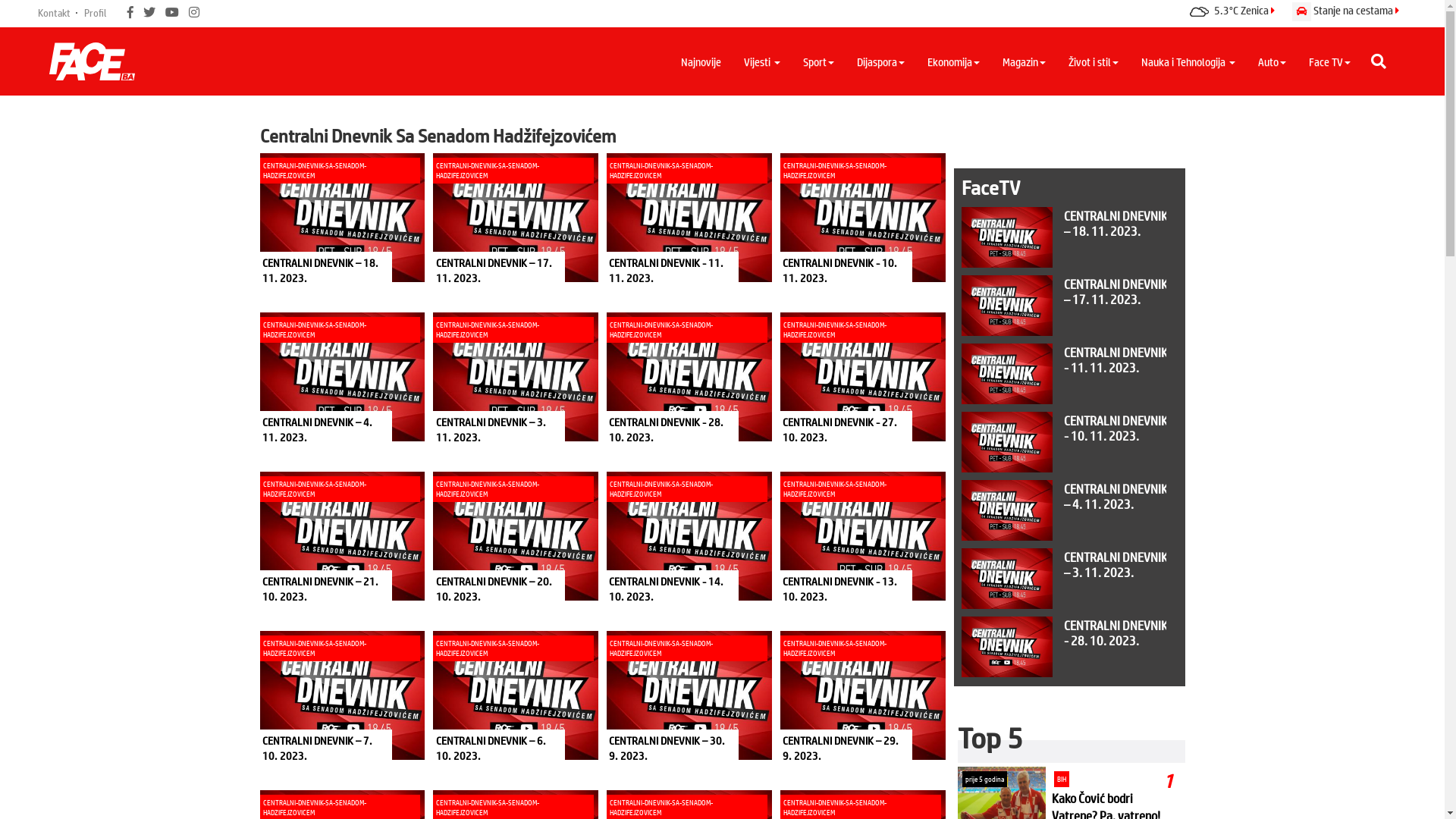  Describe the element at coordinates (1246, 61) in the screenshot. I see `'Auto'` at that location.